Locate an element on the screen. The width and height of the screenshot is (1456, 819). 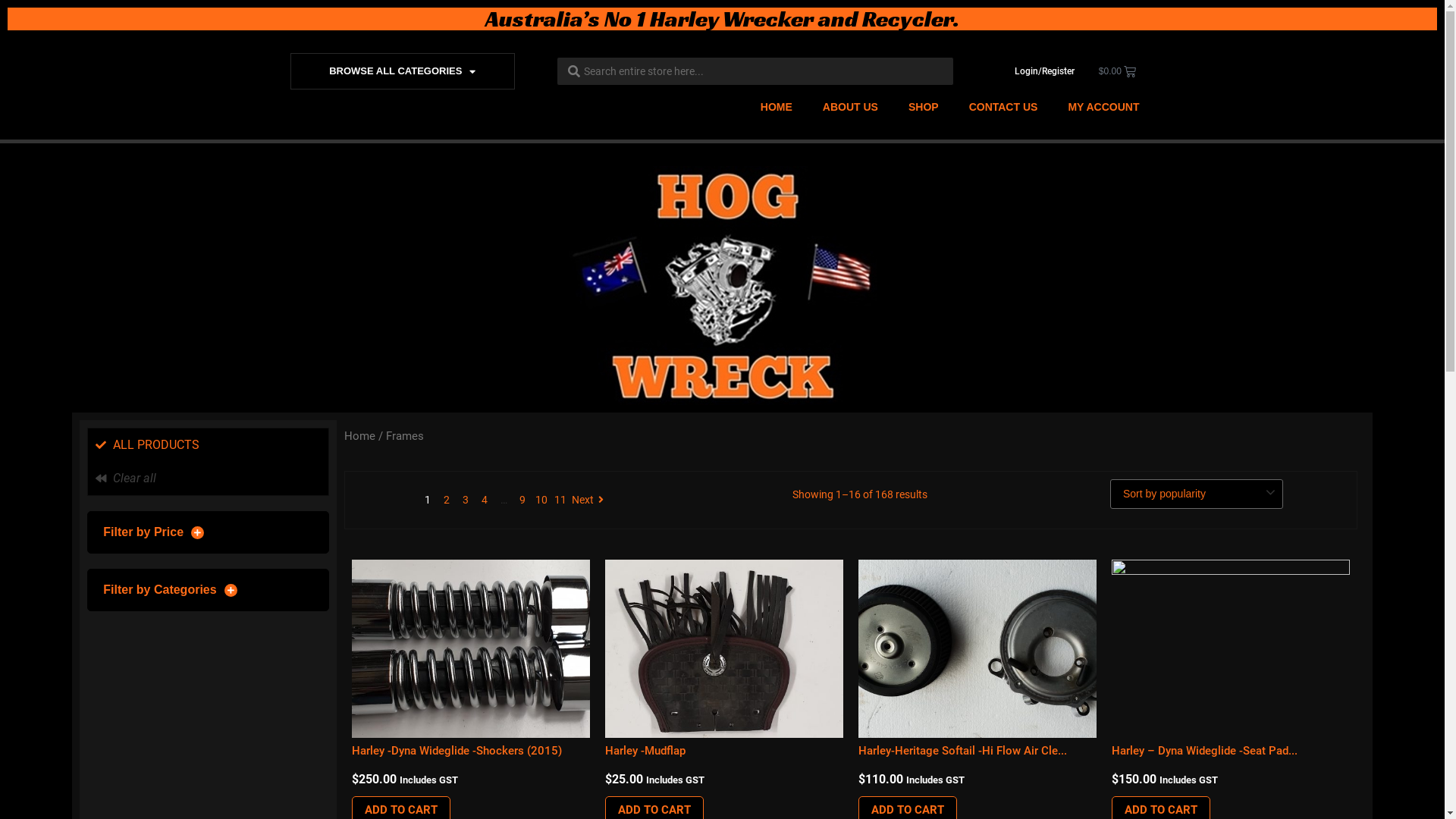
'Home' is located at coordinates (344, 435).